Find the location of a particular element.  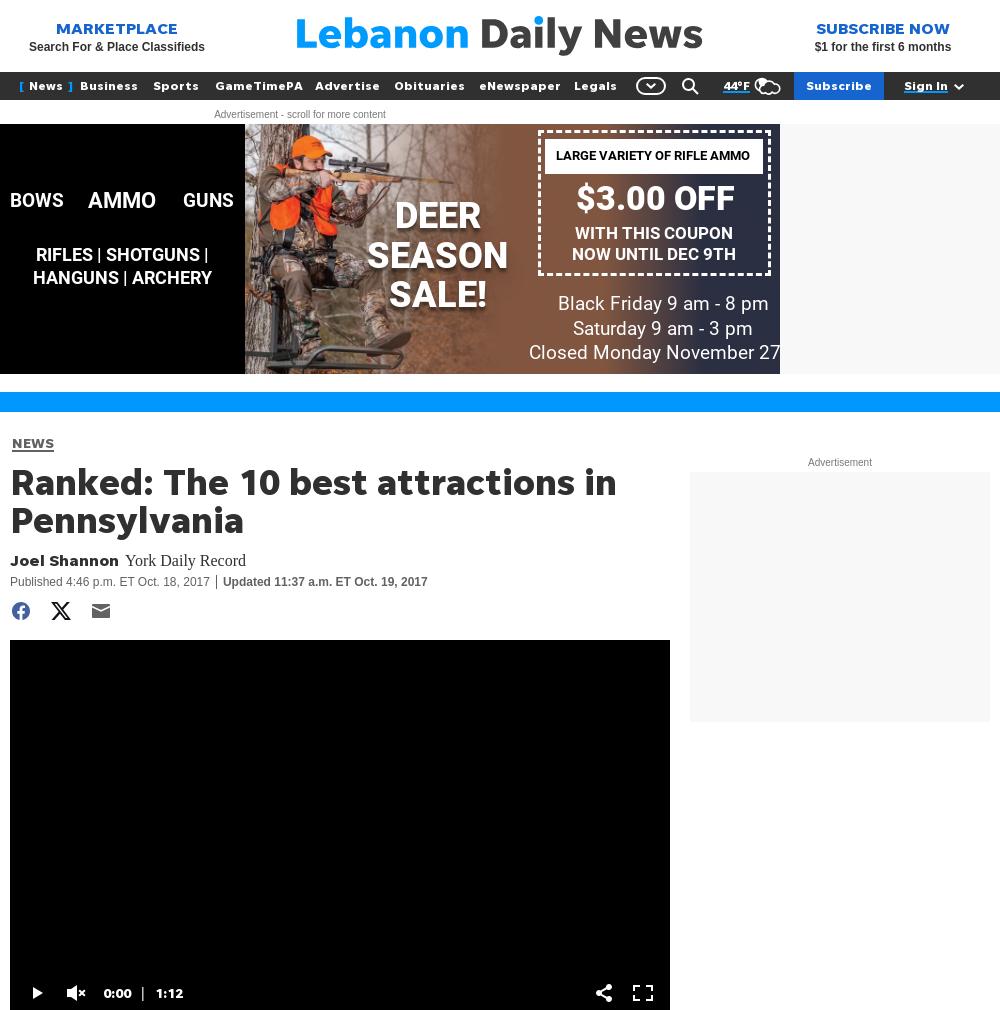

'Legals' is located at coordinates (593, 84).